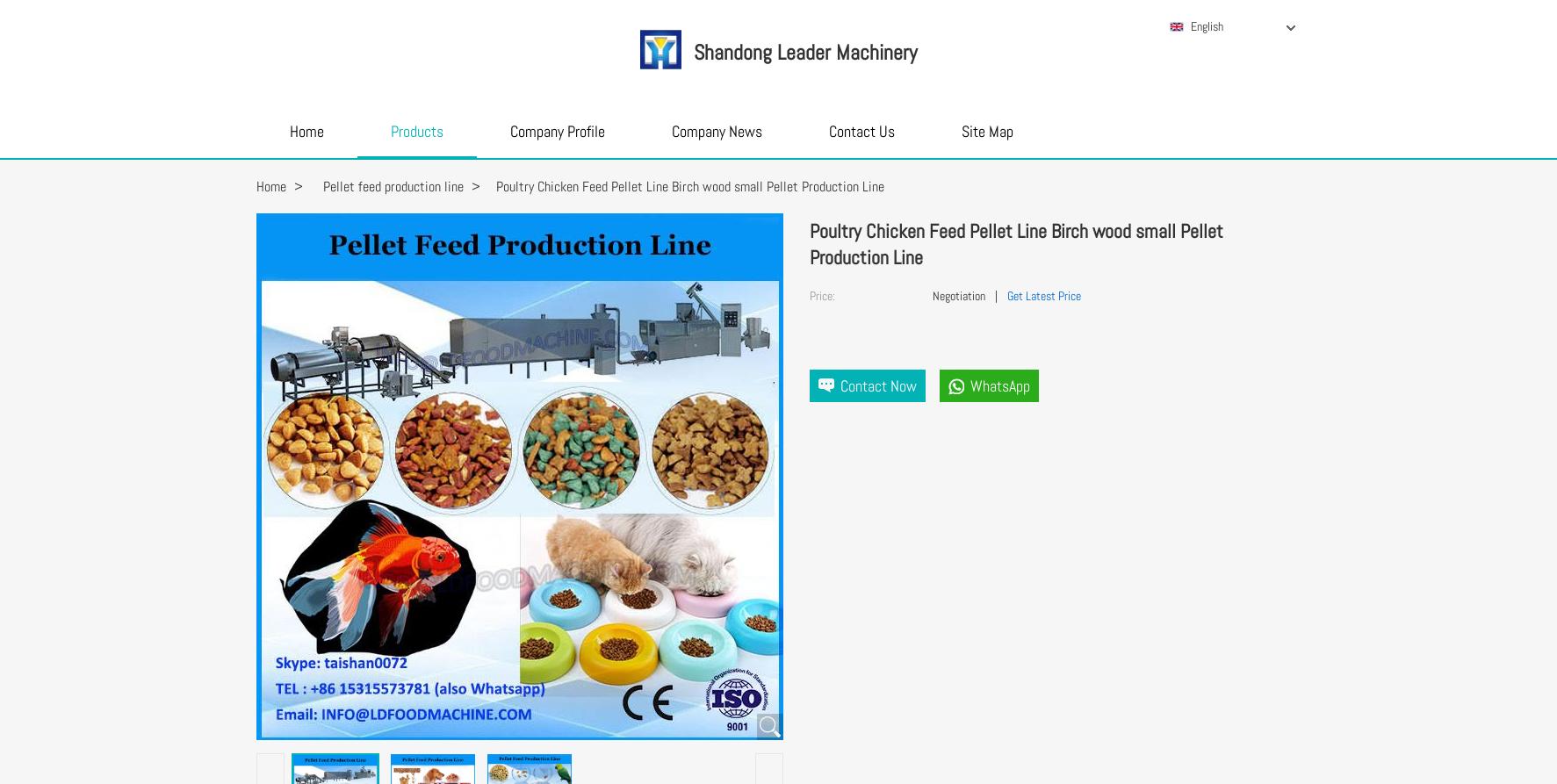 The width and height of the screenshot is (1557, 784). Describe the element at coordinates (693, 52) in the screenshot. I see `'Shandong Leader Machinery'` at that location.